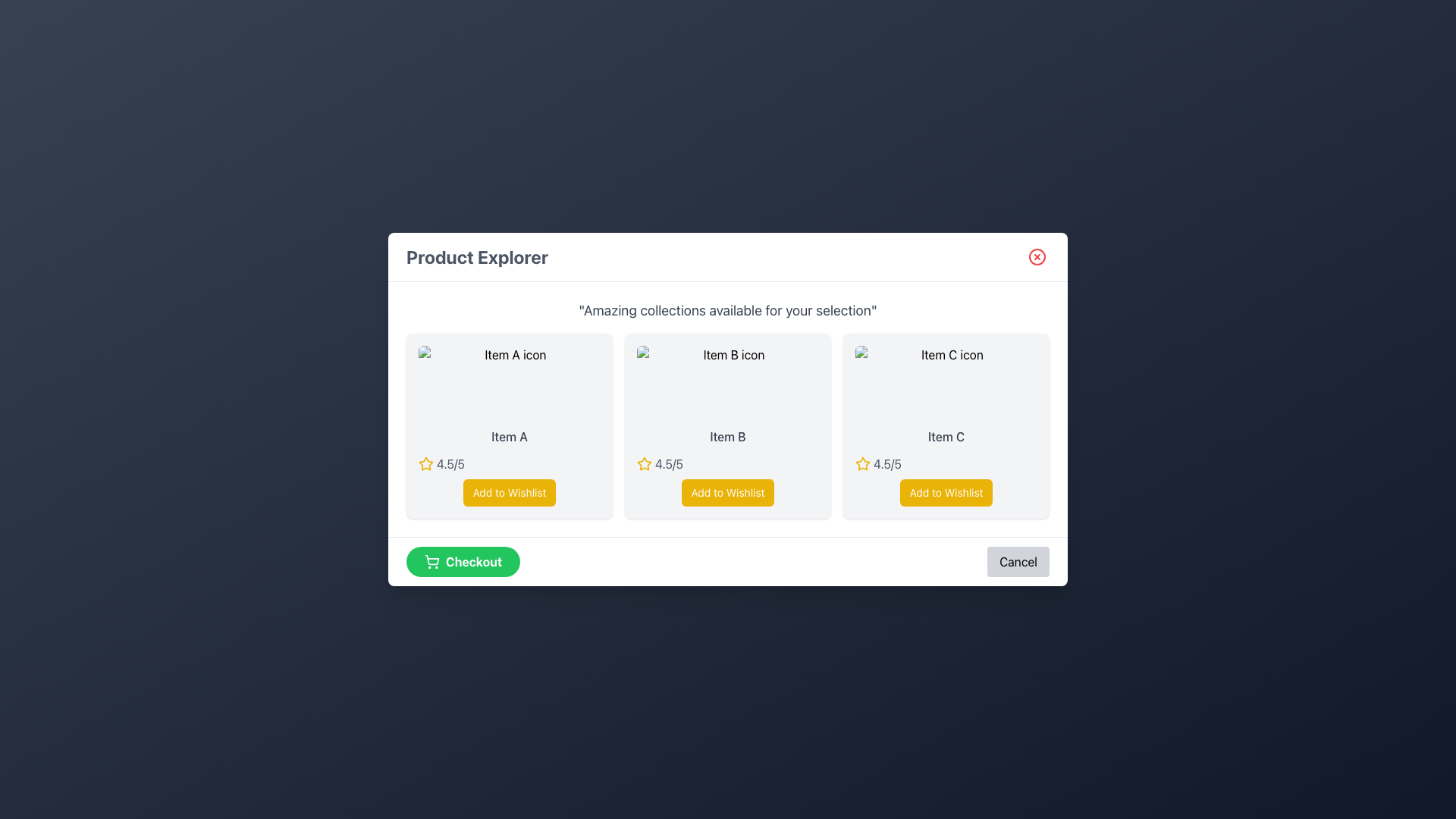 The width and height of the screenshot is (1456, 819). Describe the element at coordinates (946, 436) in the screenshot. I see `the text element displaying 'Item C', which is styled in a medium-weight gray font and located in the third column of a grid within a modal popup` at that location.